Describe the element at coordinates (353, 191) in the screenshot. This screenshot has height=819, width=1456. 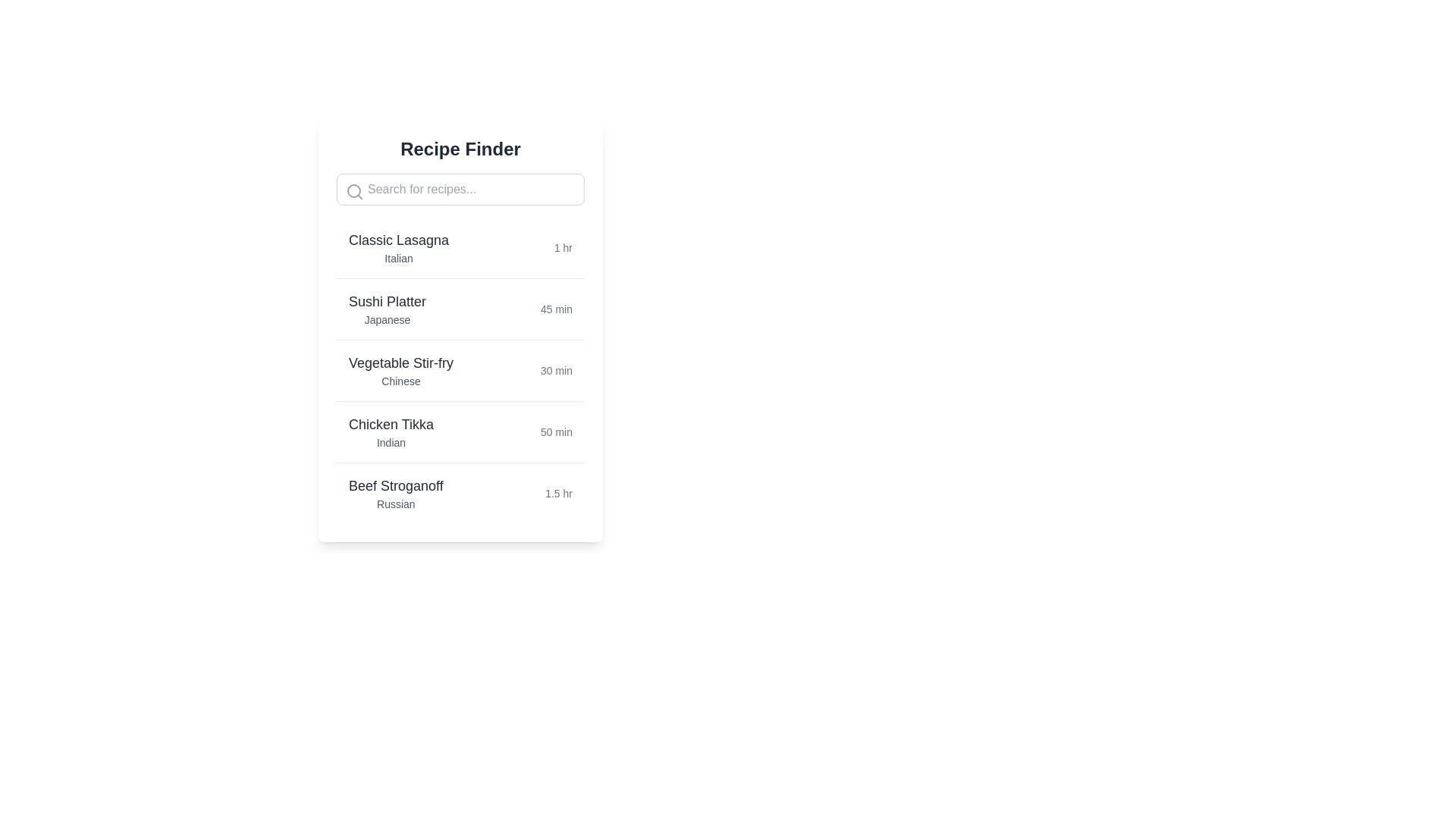
I see `the search icon located at the top-left corner of the search bar` at that location.